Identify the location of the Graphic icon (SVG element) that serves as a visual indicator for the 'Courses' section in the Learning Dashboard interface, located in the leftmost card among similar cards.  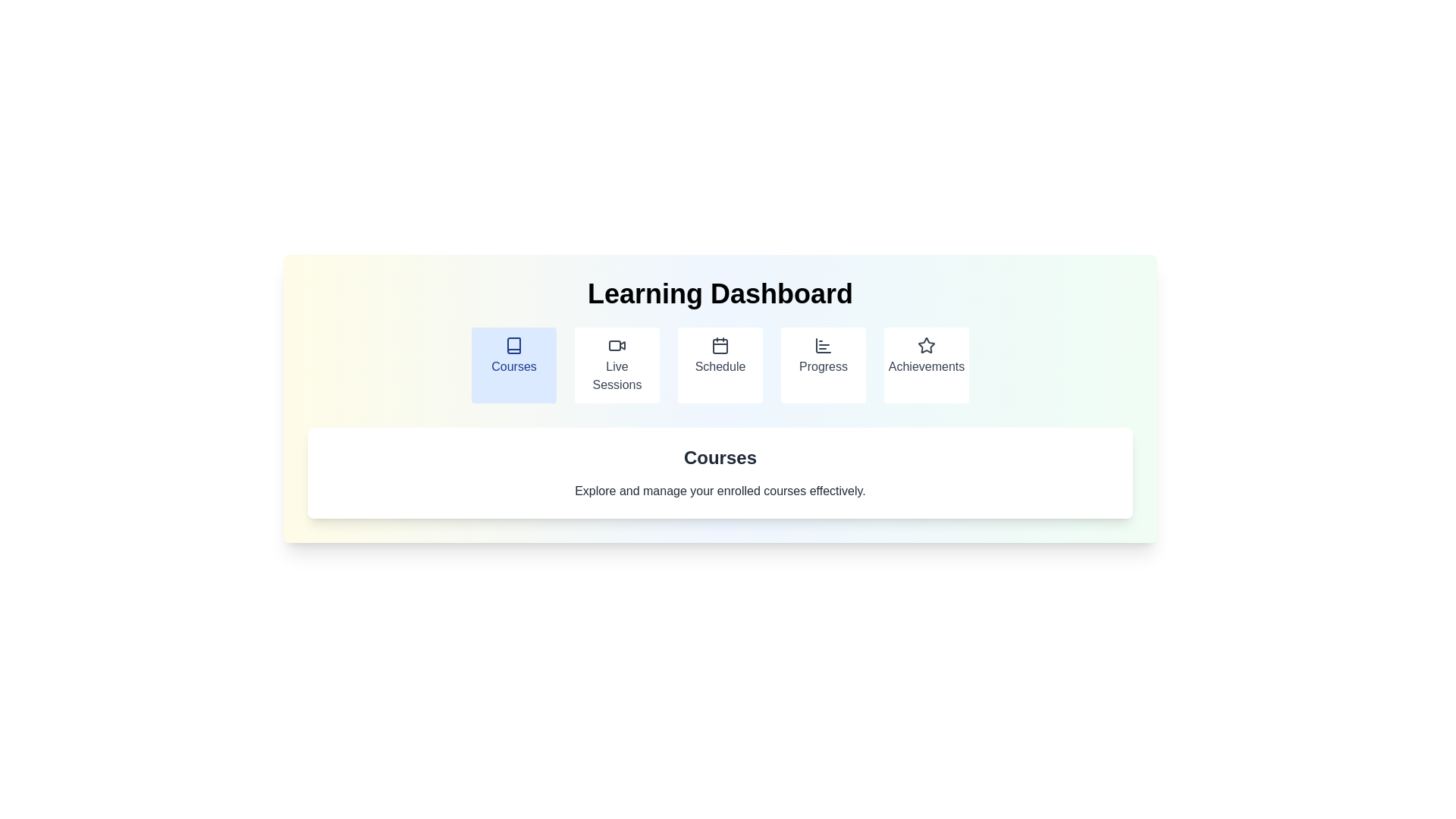
(513, 345).